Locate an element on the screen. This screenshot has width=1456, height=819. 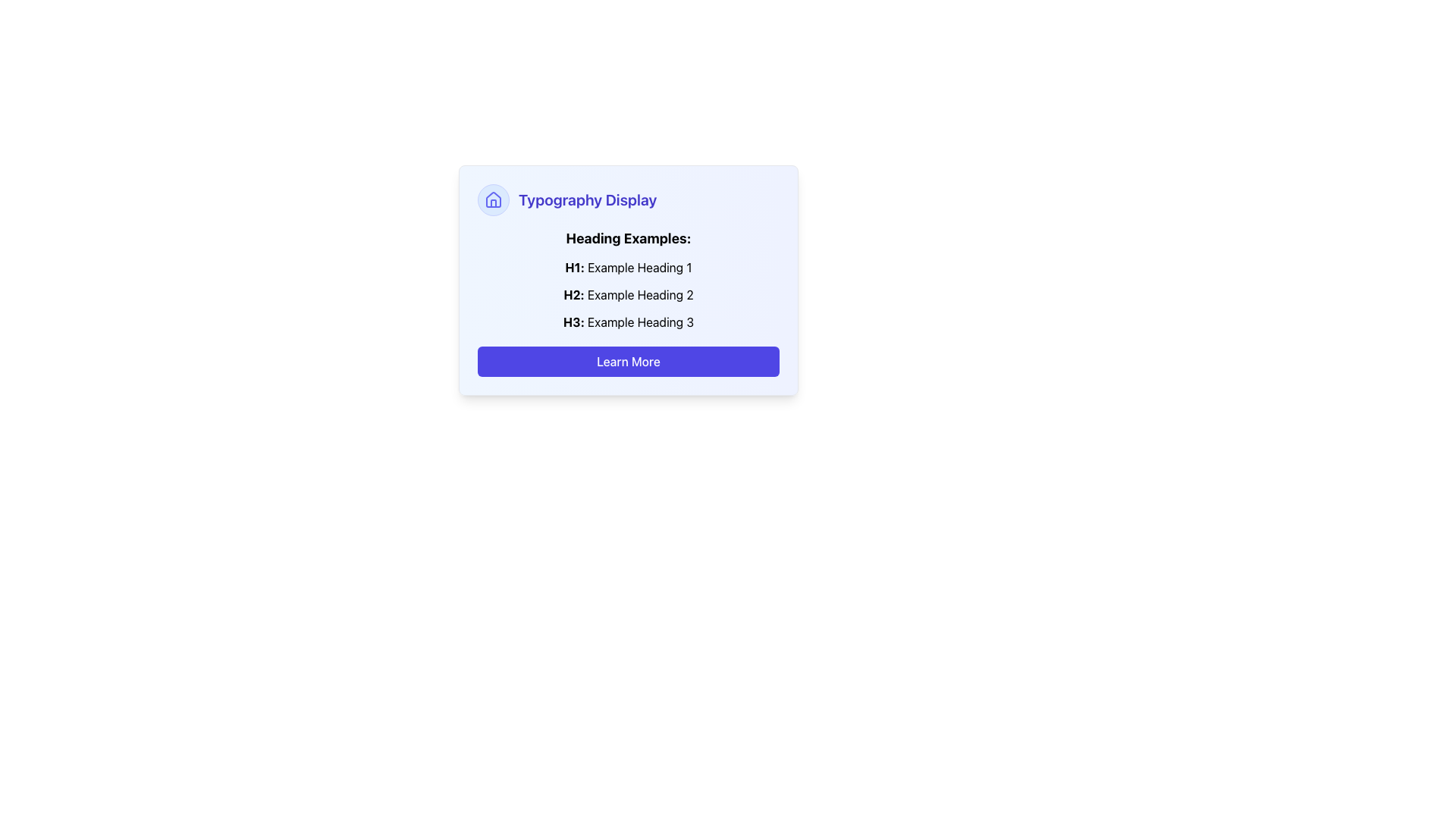
the Static text element that serves as a label for the heading 'H1: Example Heading 1' in the 'Typography Display' section is located at coordinates (574, 267).